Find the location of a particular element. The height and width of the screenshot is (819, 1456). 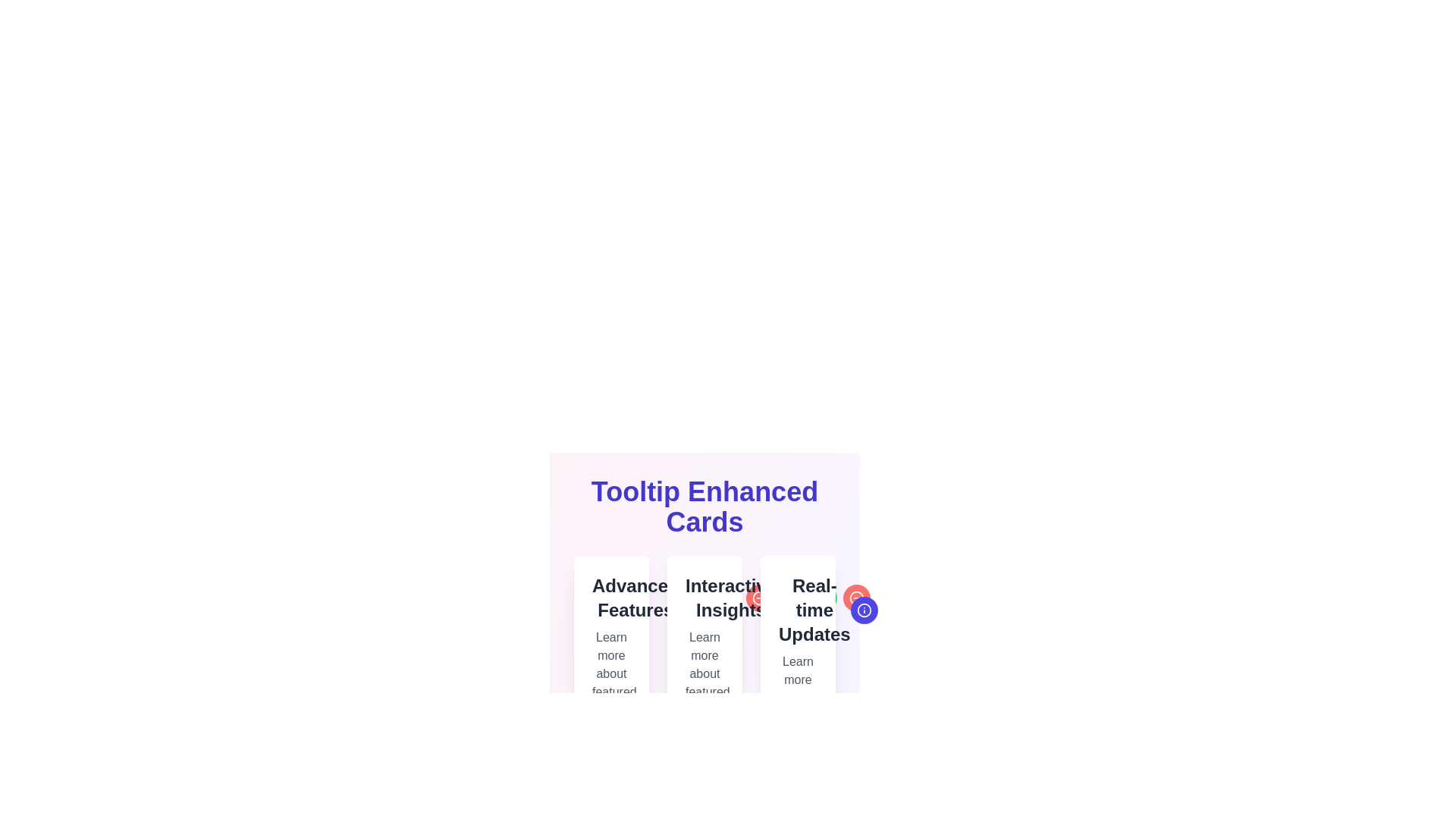

the red circular button with a white minus sign located at the top-right of the 'Interactive Insights' card under 'Tooltip Enhanced Cards' is located at coordinates (759, 598).